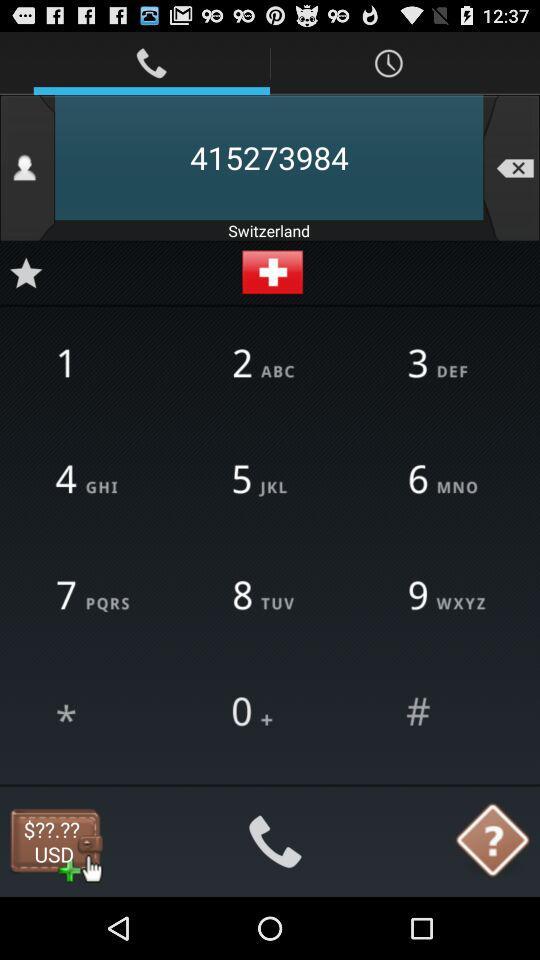 The height and width of the screenshot is (960, 540). What do you see at coordinates (270, 597) in the screenshot?
I see `the button left to the button 9 wxyz` at bounding box center [270, 597].